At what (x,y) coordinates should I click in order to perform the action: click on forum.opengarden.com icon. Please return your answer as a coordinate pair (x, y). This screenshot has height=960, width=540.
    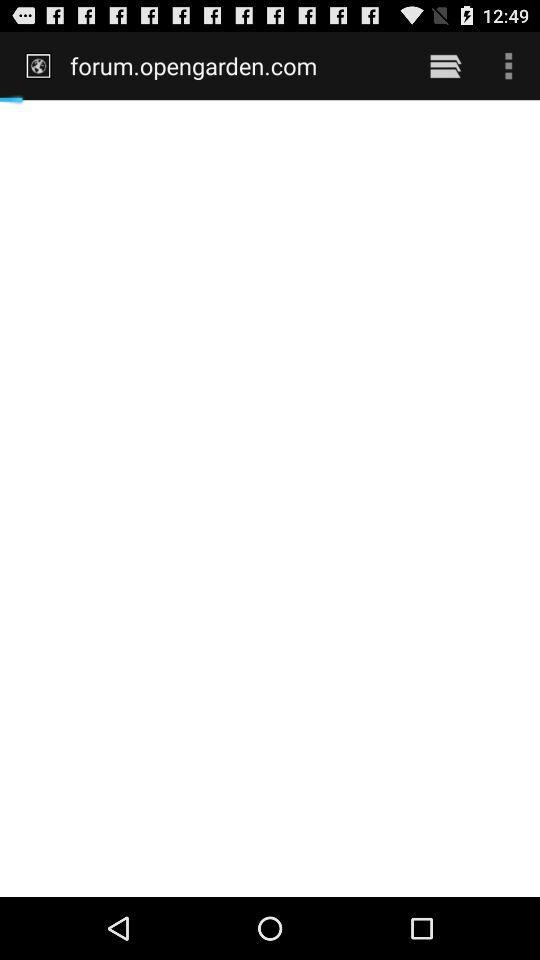
    Looking at the image, I should click on (235, 65).